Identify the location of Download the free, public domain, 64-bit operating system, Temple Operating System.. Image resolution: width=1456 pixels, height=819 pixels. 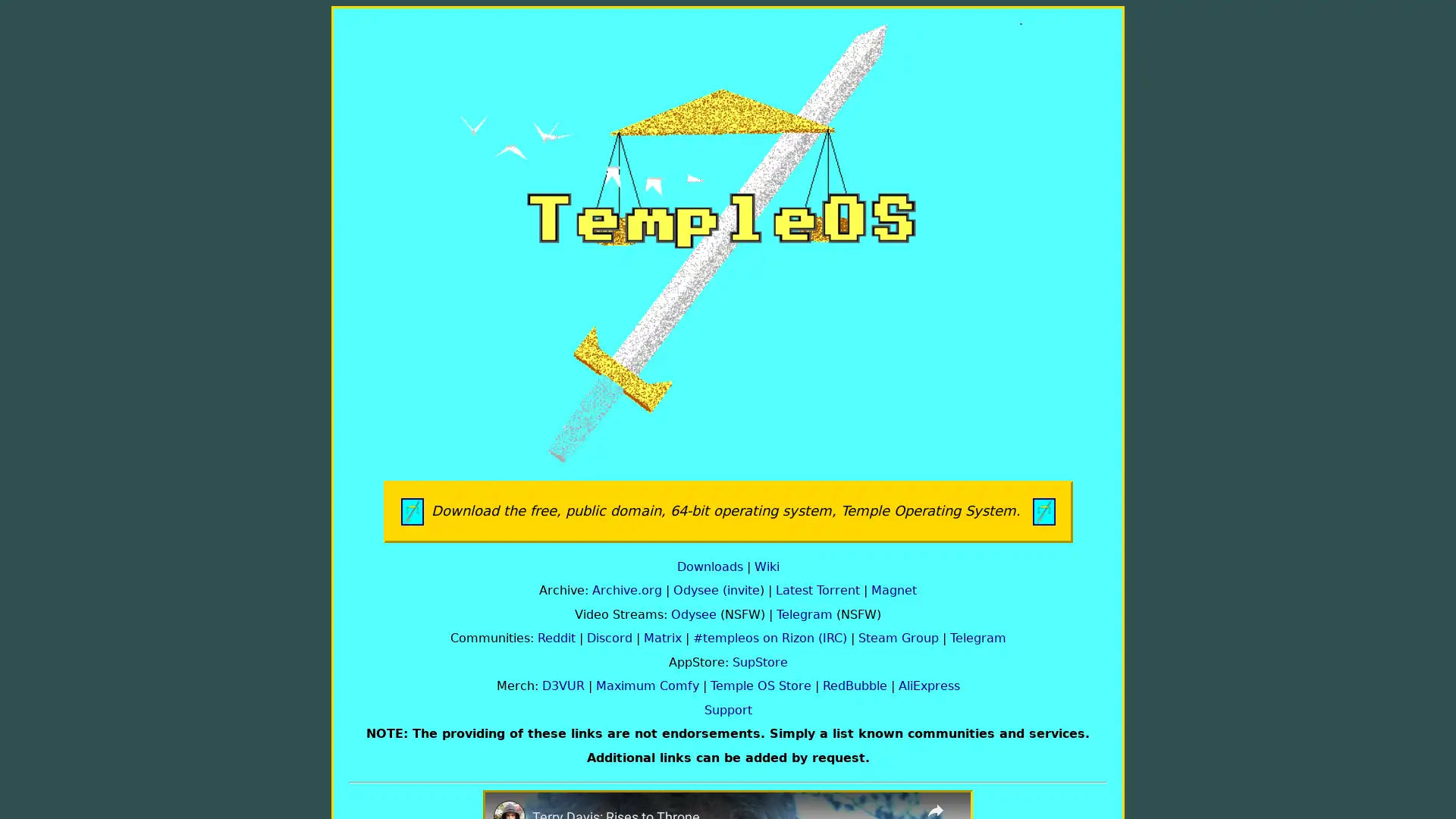
(726, 511).